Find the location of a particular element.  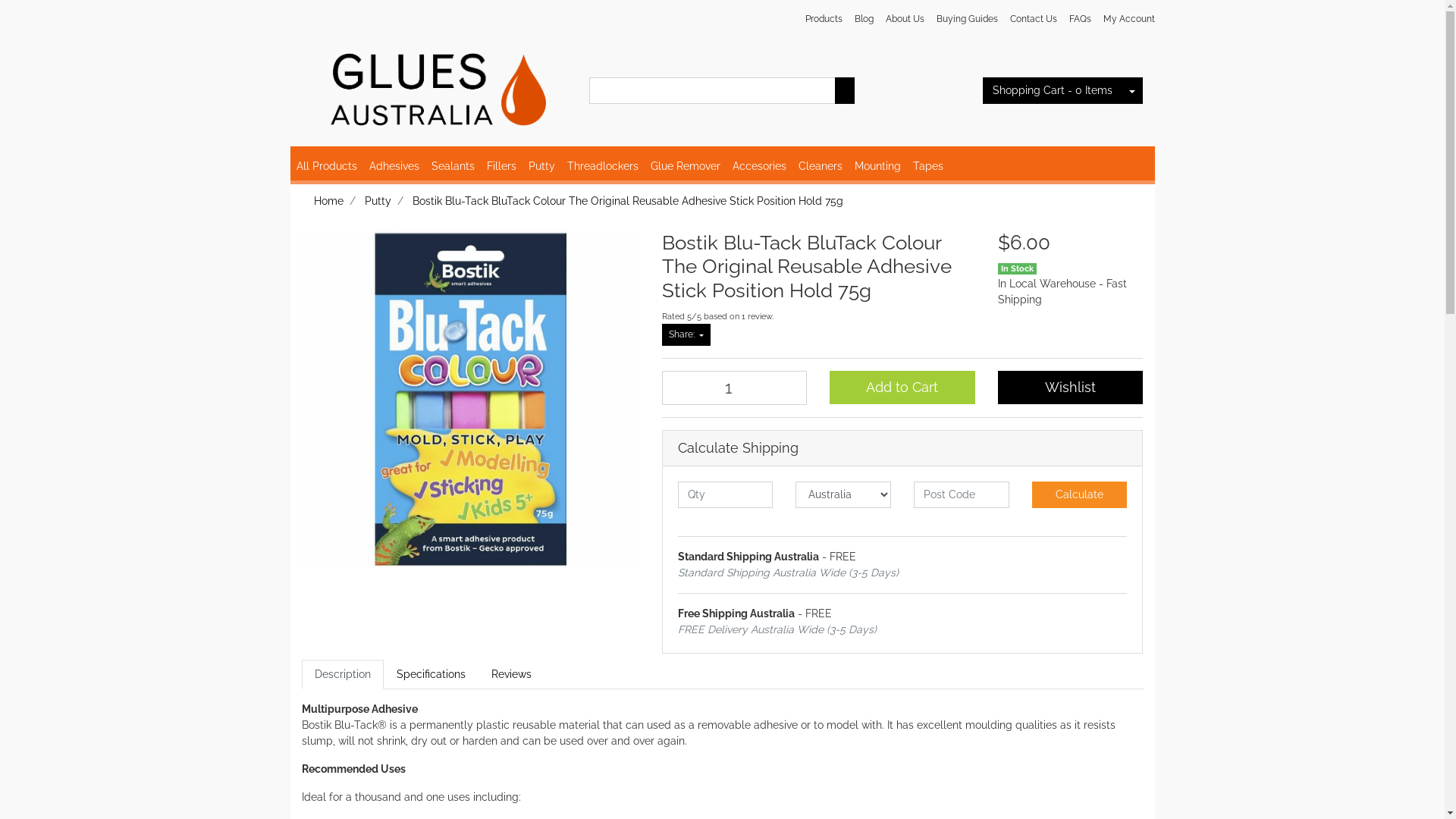

'Fillers' is located at coordinates (501, 166).